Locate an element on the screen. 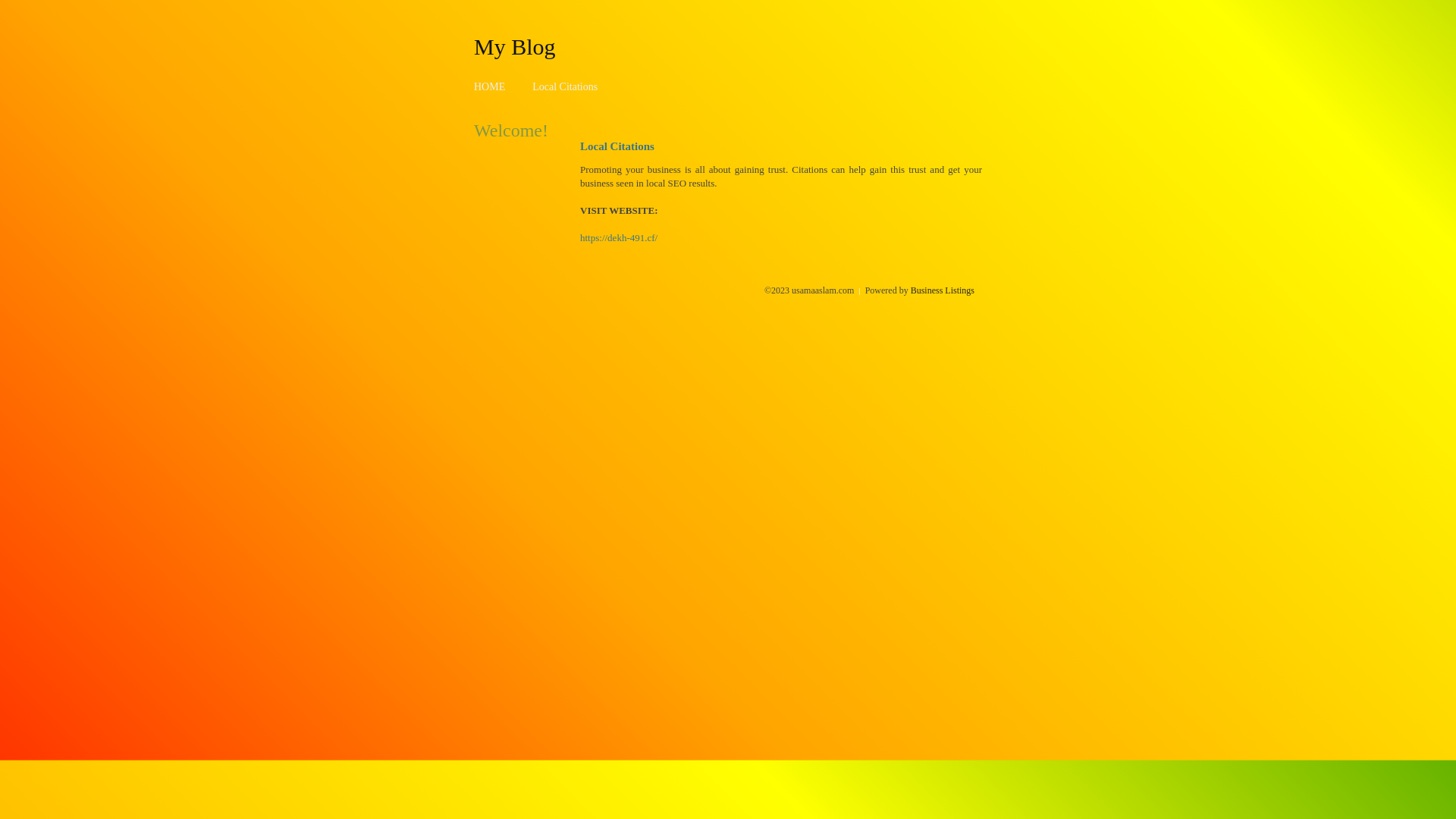 The image size is (1456, 819). 'Business Listings' is located at coordinates (942, 290).